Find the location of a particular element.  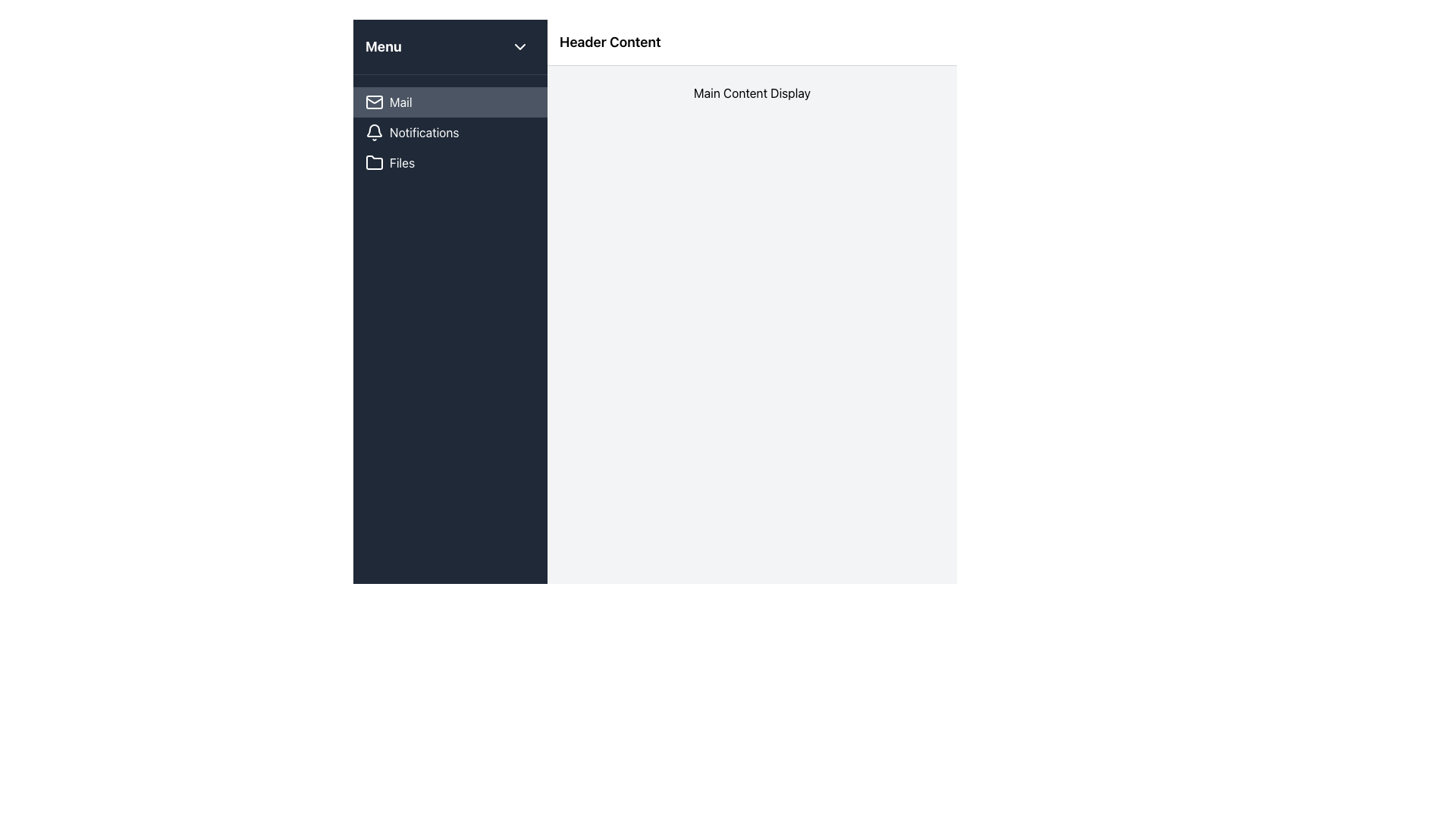

the folder icon in the sidebar menu that represents the 'Files' section, located between 'Mail' and 'Notifications' is located at coordinates (375, 162).